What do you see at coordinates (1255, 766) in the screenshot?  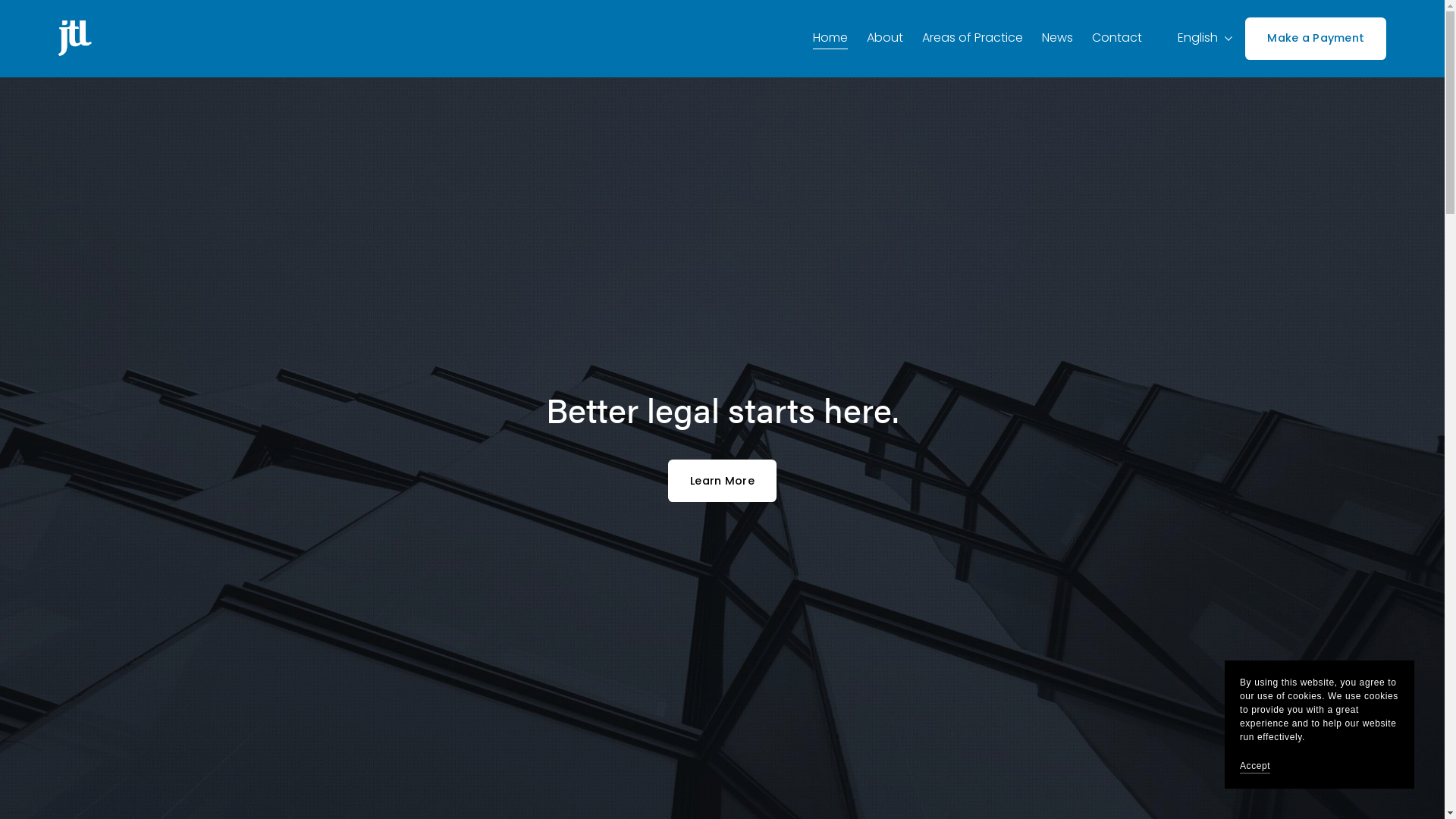 I see `'Accept'` at bounding box center [1255, 766].